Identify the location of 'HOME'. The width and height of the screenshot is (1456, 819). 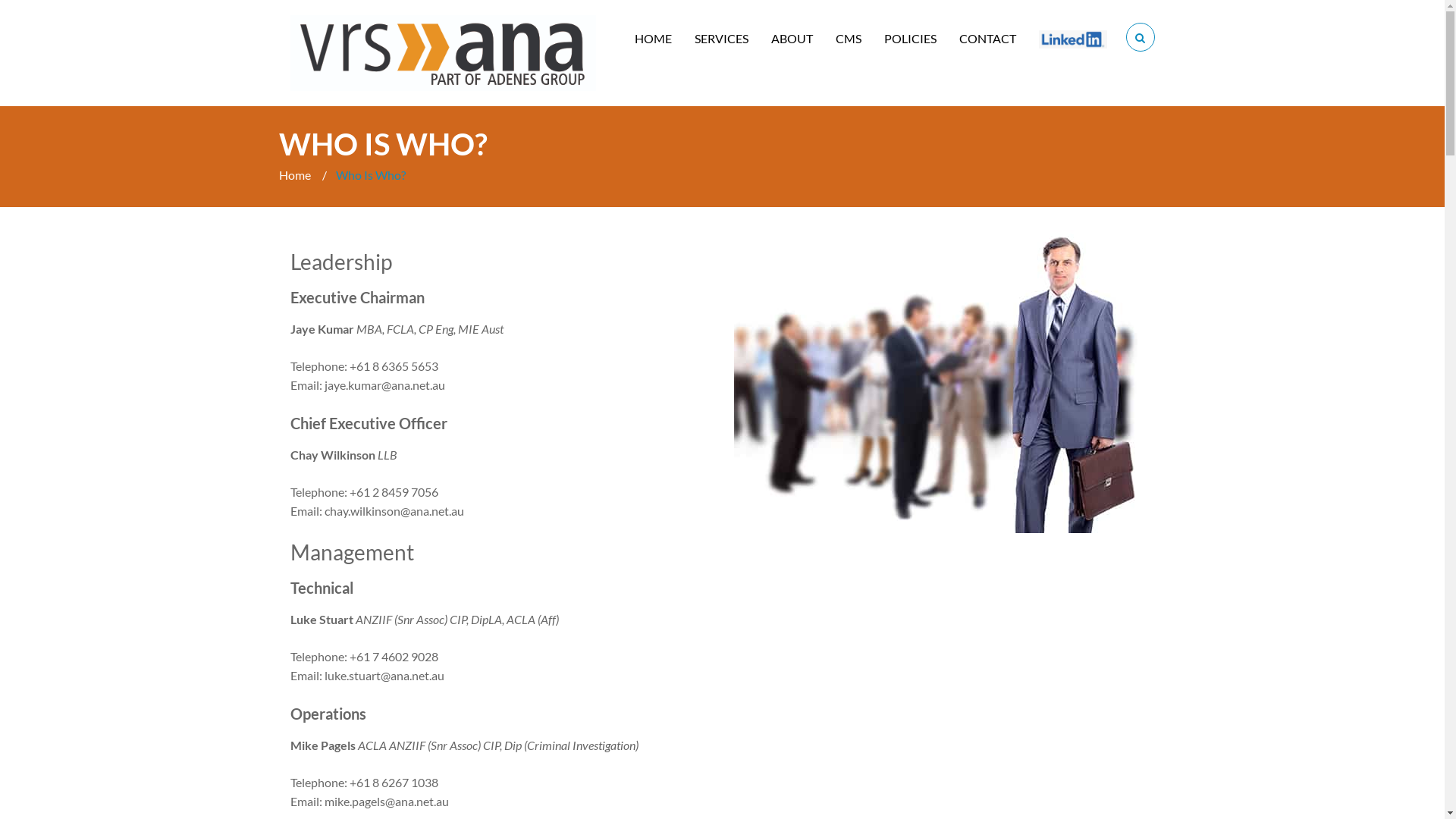
(652, 38).